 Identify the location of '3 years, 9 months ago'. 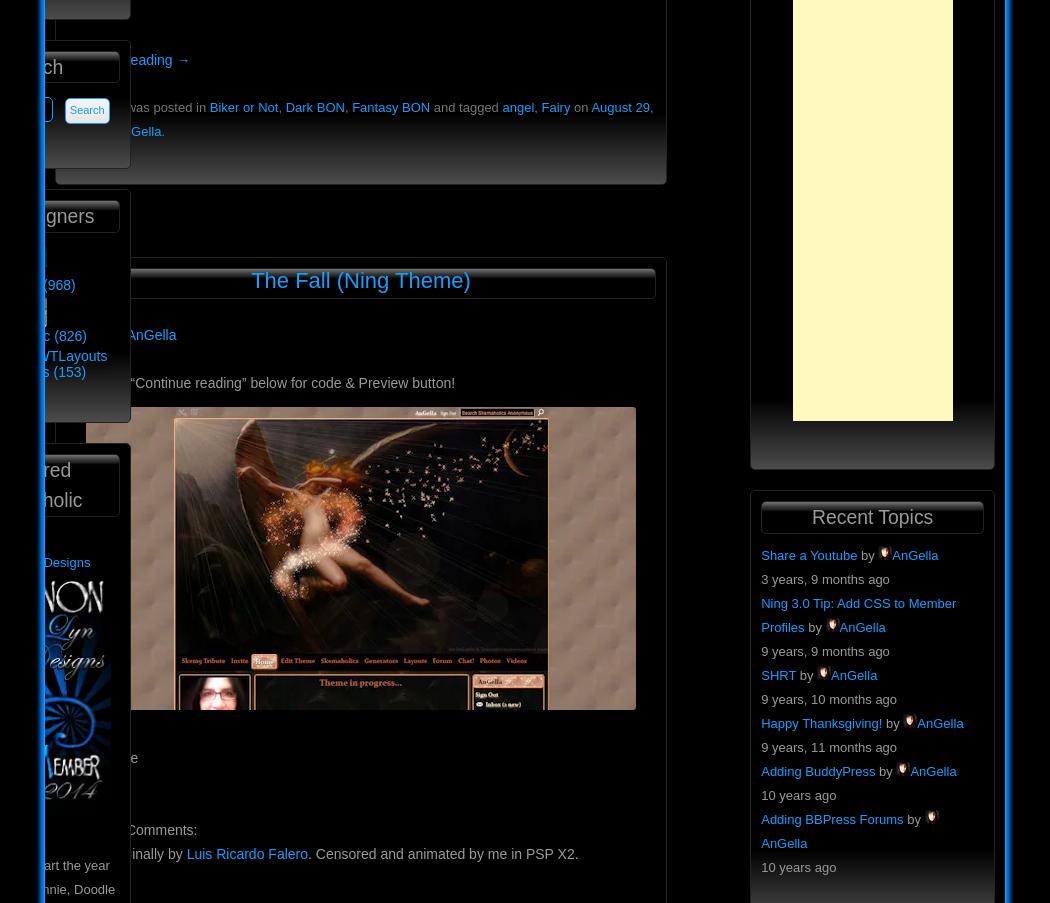
(823, 577).